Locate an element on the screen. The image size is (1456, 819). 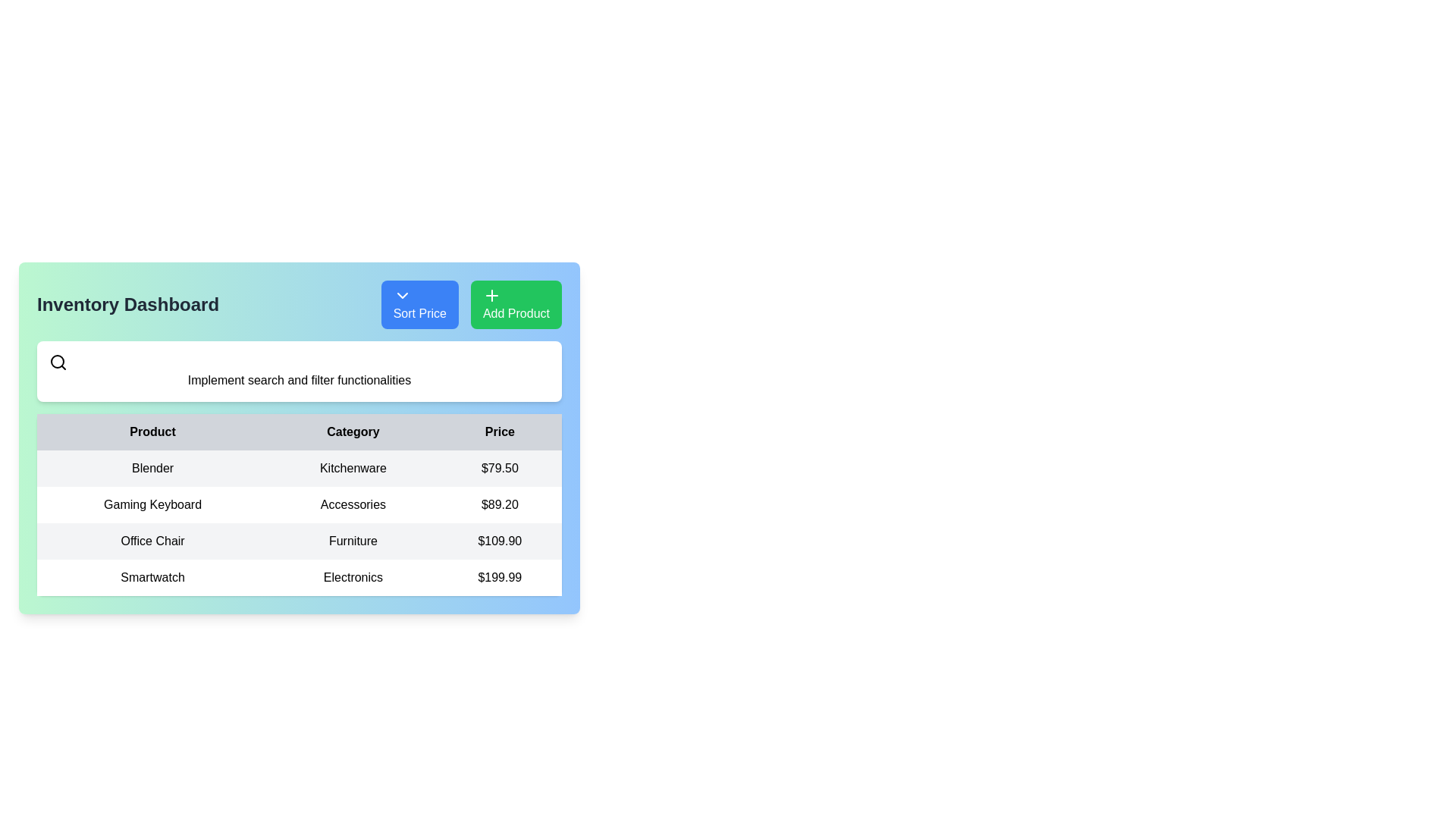
the second button from the right in the header area is located at coordinates (516, 304).